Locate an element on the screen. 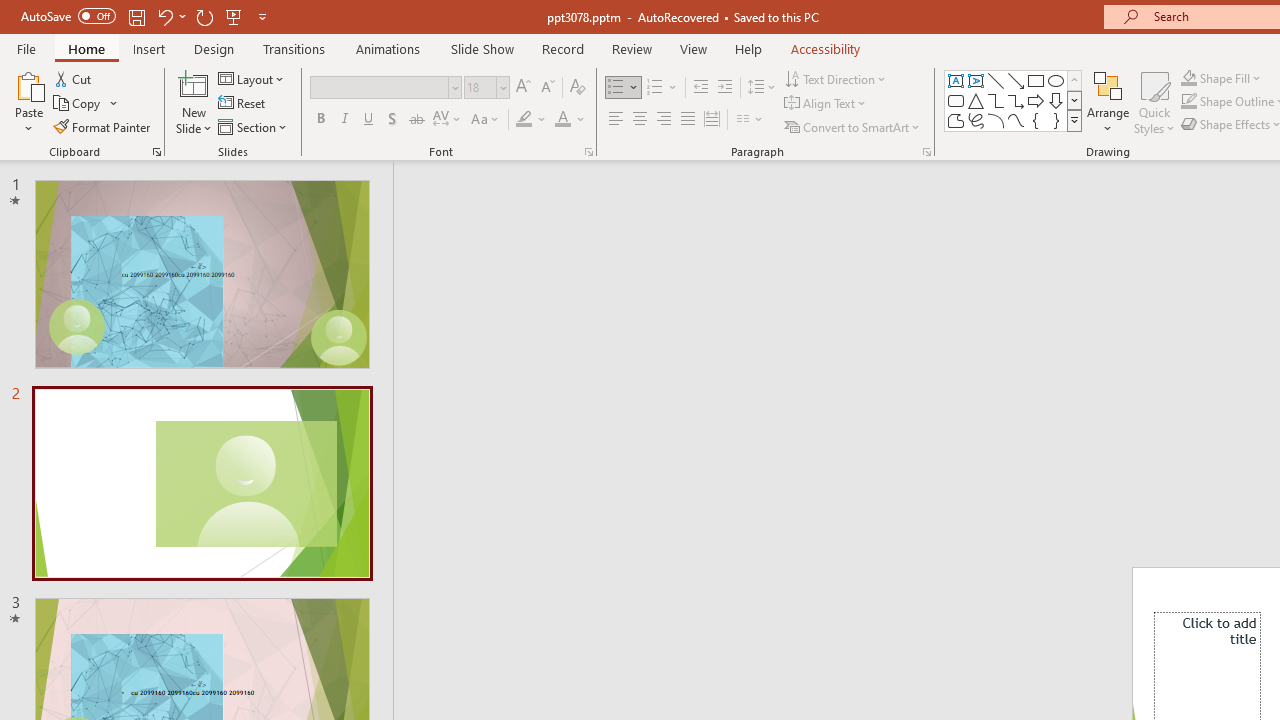 This screenshot has width=1280, height=720. 'Shape Fill' is located at coordinates (1220, 77).